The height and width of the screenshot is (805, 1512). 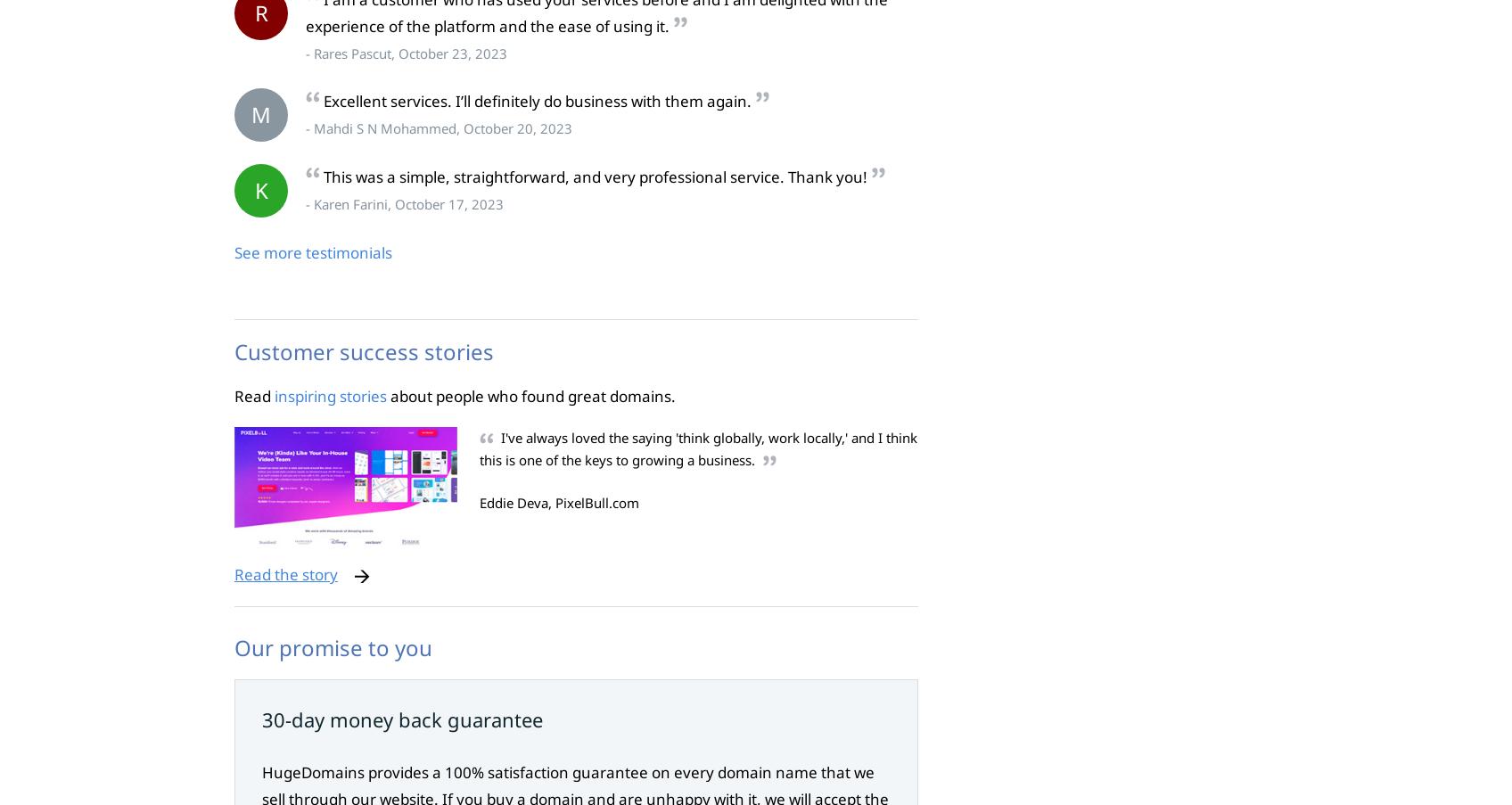 I want to click on 'Excellent services. I’ll definitely do business with them again.', so click(x=537, y=101).